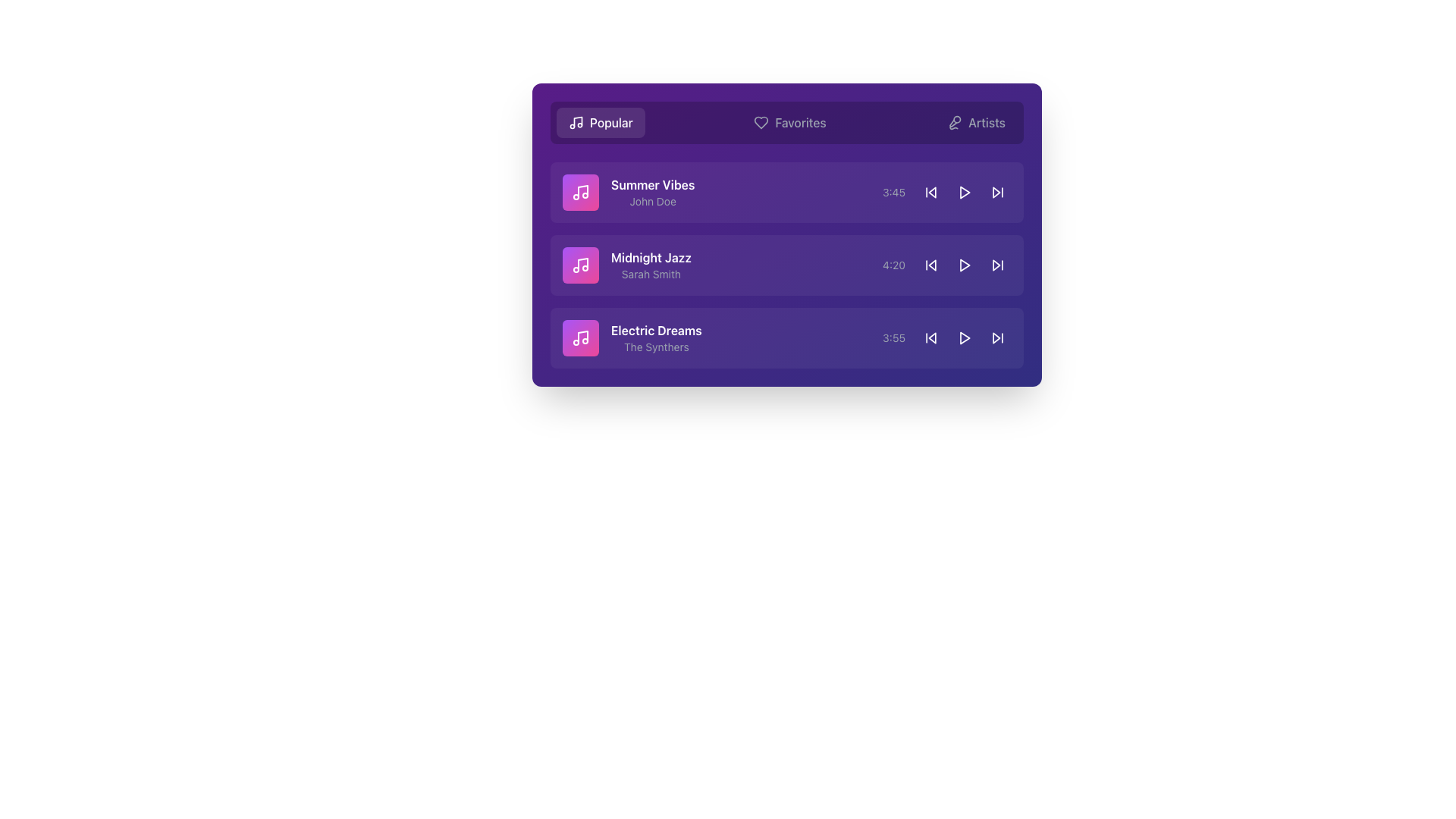 This screenshot has width=1456, height=819. I want to click on the first musical note icon, which is styled in white against a purple-pink gradient background, located to the left of the first song name in the list, so click(580, 192).